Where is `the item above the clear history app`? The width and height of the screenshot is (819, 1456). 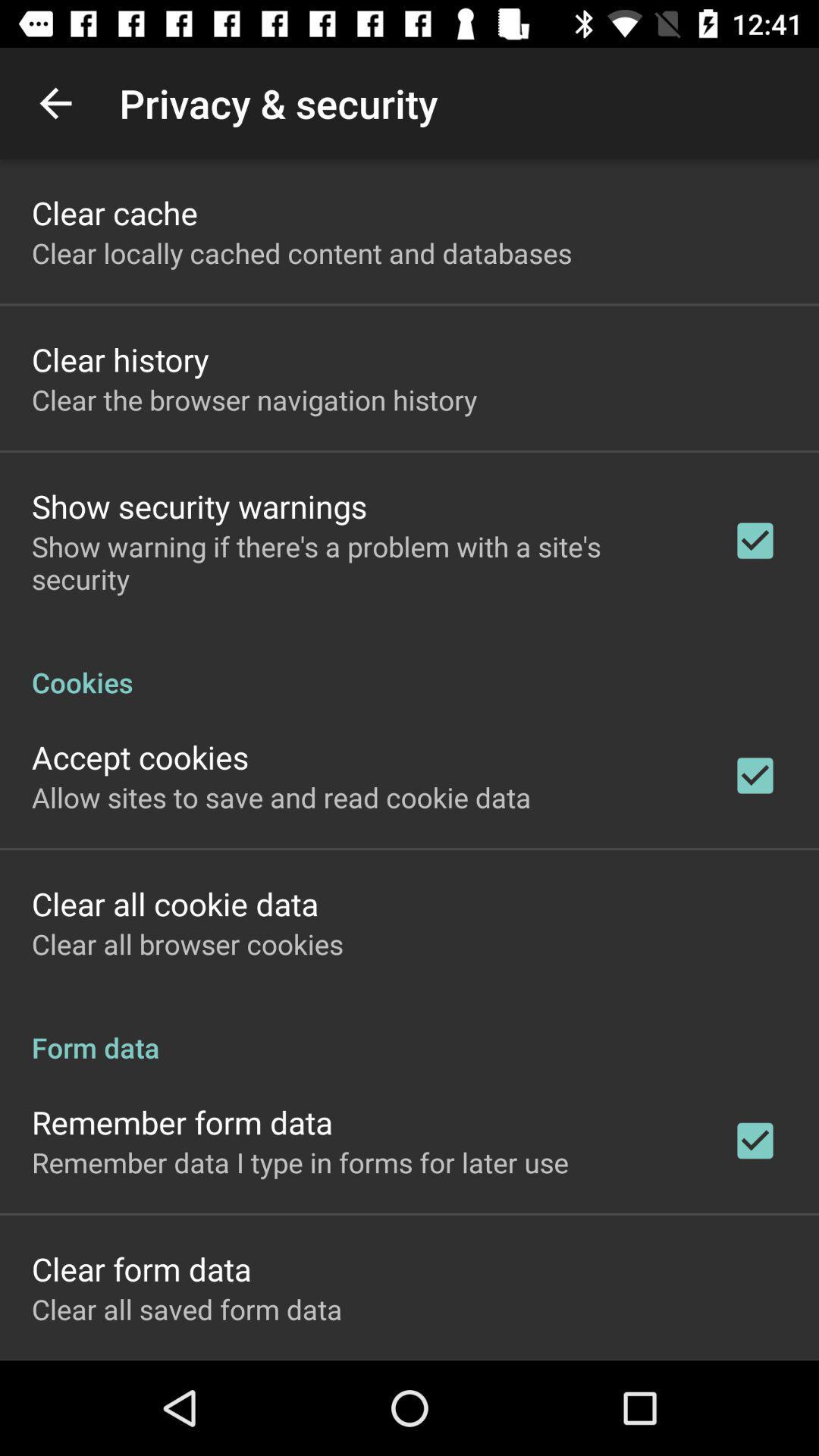 the item above the clear history app is located at coordinates (302, 253).